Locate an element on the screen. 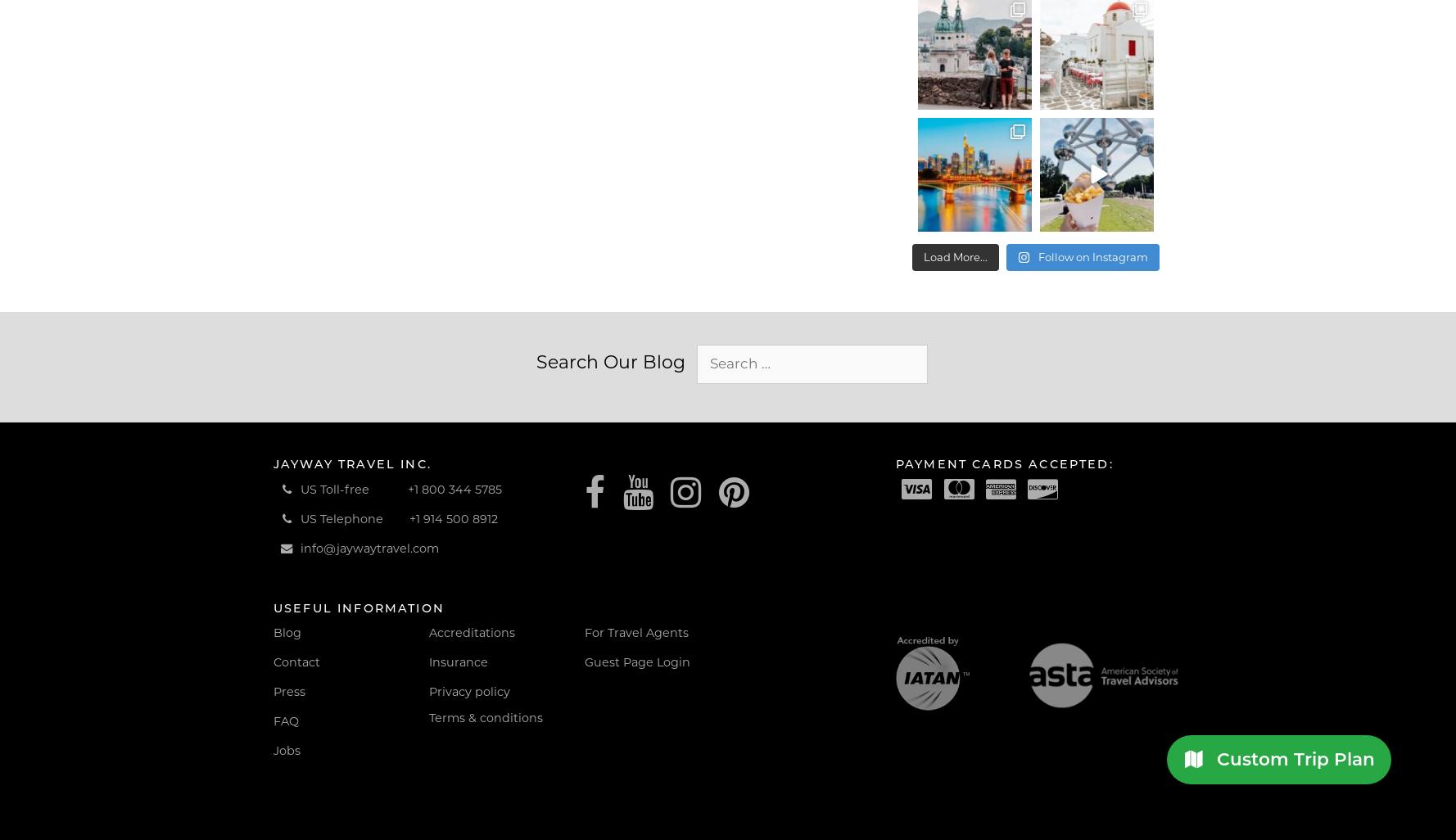 The height and width of the screenshot is (840, 1456). 'For Travel Agents' is located at coordinates (636, 631).